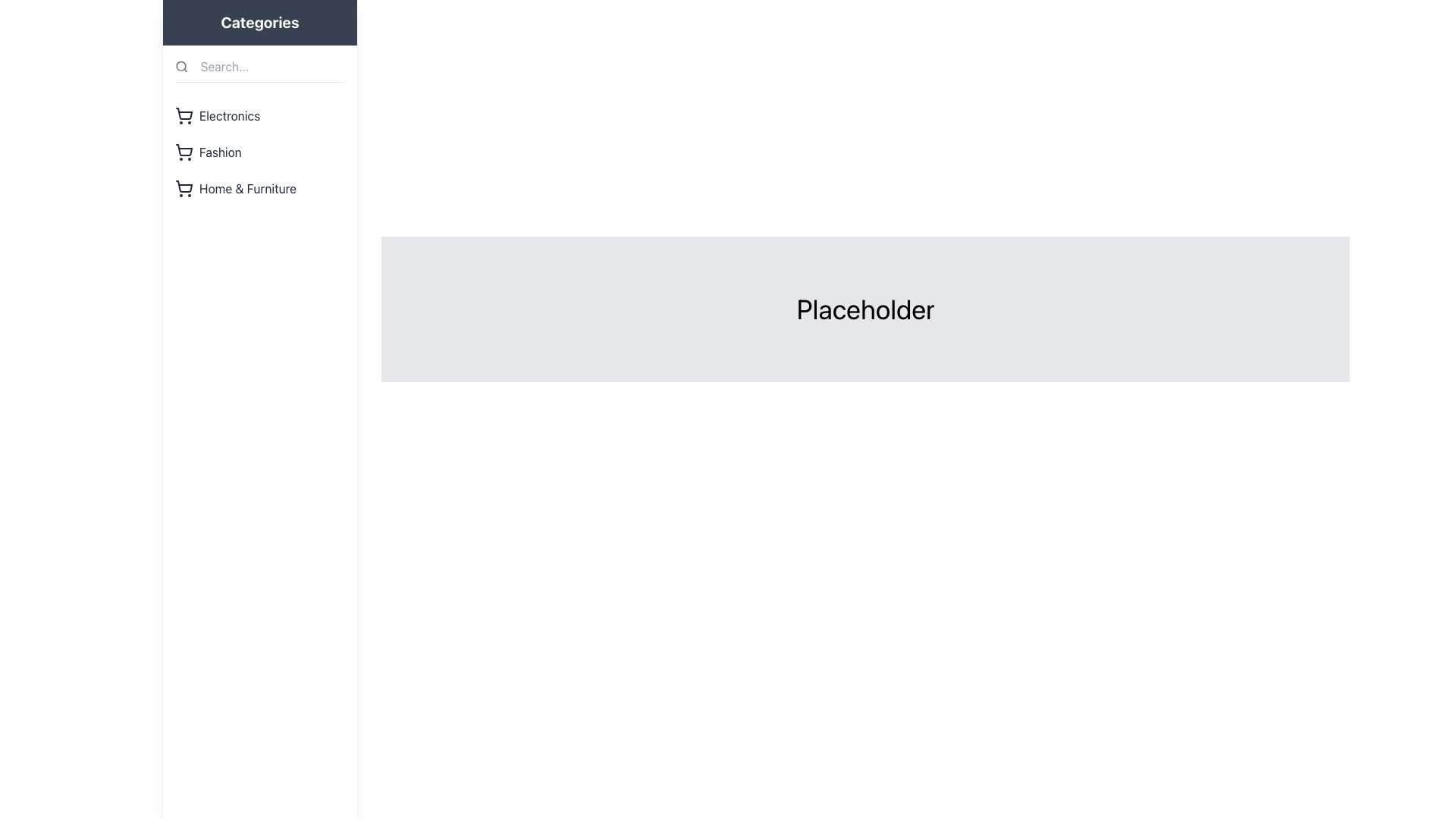  What do you see at coordinates (219, 152) in the screenshot?
I see `the 'Fashion' text label located` at bounding box center [219, 152].